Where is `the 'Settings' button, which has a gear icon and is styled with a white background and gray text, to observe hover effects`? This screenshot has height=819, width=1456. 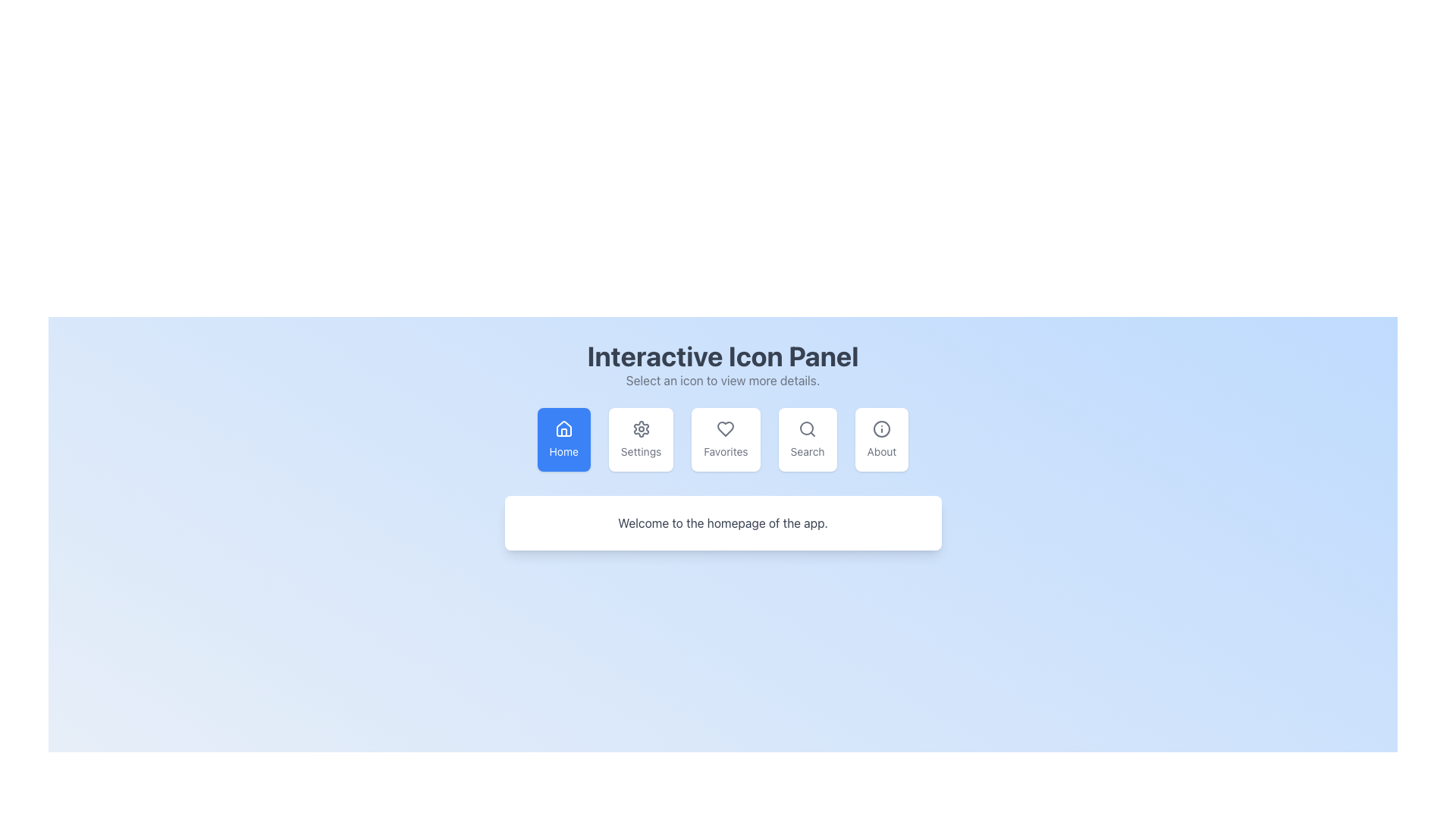
the 'Settings' button, which has a gear icon and is styled with a white background and gray text, to observe hover effects is located at coordinates (641, 439).